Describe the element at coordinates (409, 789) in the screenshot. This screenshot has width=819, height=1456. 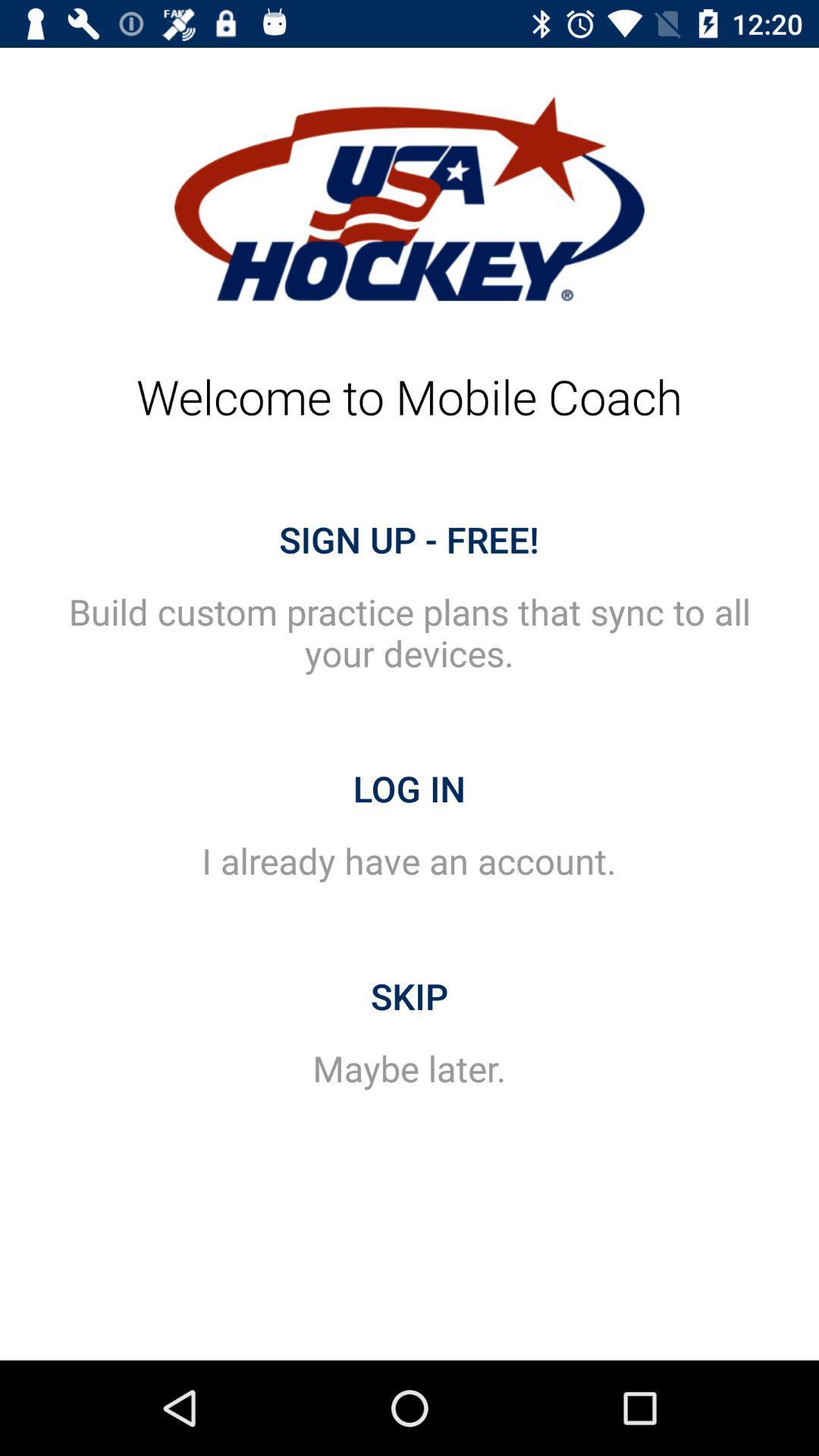
I see `log in item` at that location.